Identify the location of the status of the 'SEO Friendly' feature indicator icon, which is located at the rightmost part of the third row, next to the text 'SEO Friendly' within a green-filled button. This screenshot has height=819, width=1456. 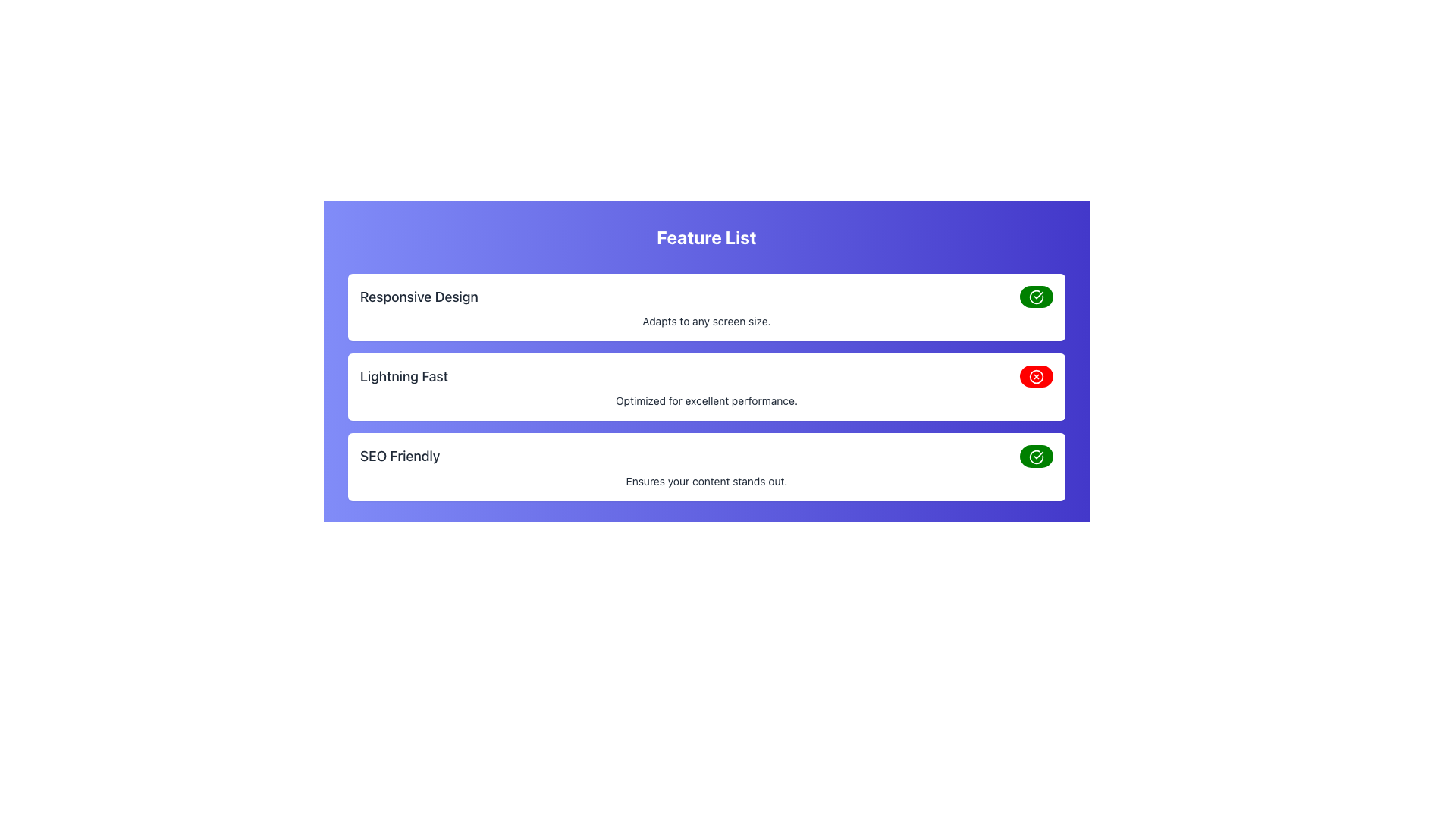
(1036, 455).